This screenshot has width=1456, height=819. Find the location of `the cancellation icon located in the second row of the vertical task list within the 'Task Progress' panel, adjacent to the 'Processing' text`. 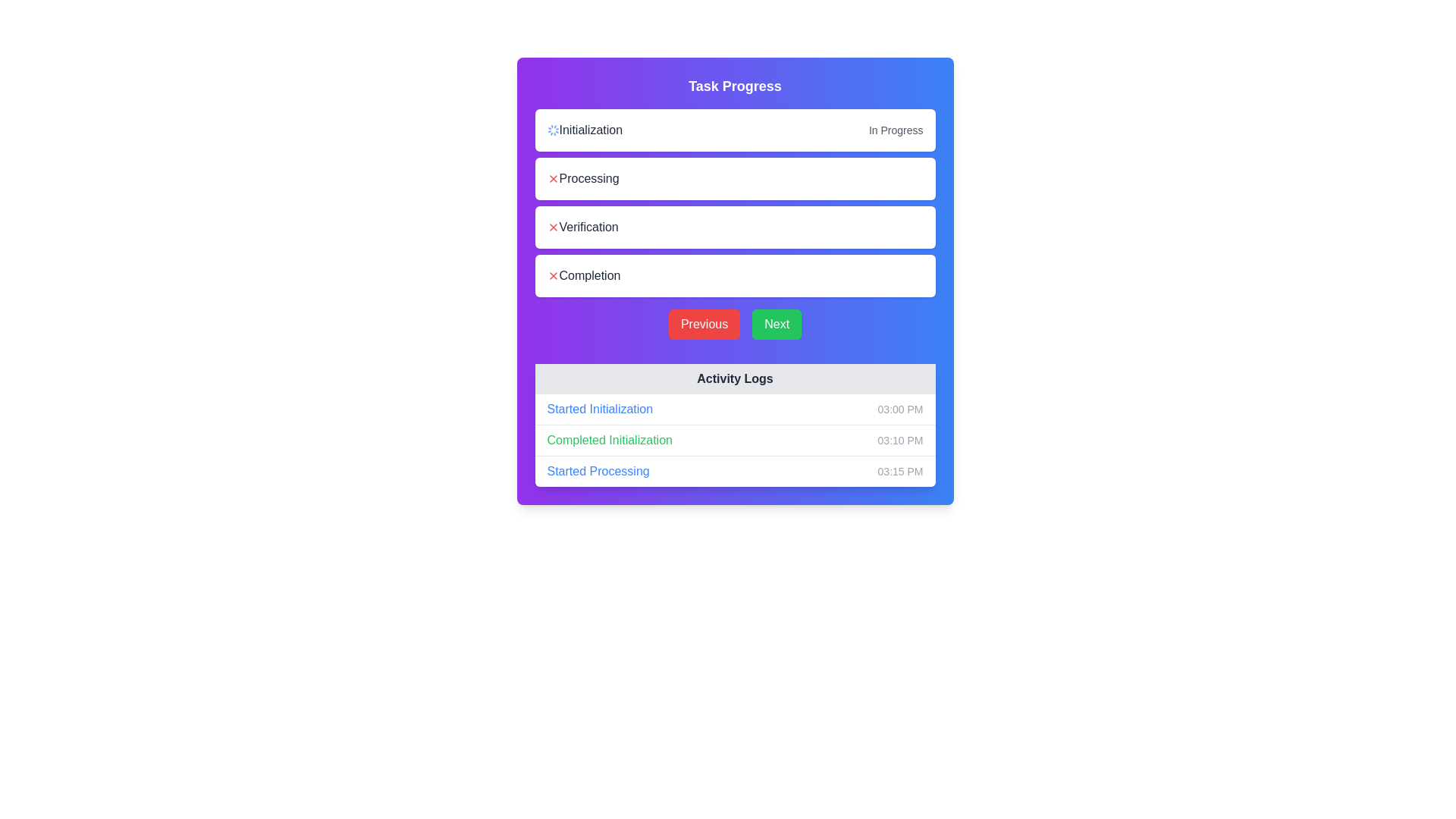

the cancellation icon located in the second row of the vertical task list within the 'Task Progress' panel, adjacent to the 'Processing' text is located at coordinates (552, 177).